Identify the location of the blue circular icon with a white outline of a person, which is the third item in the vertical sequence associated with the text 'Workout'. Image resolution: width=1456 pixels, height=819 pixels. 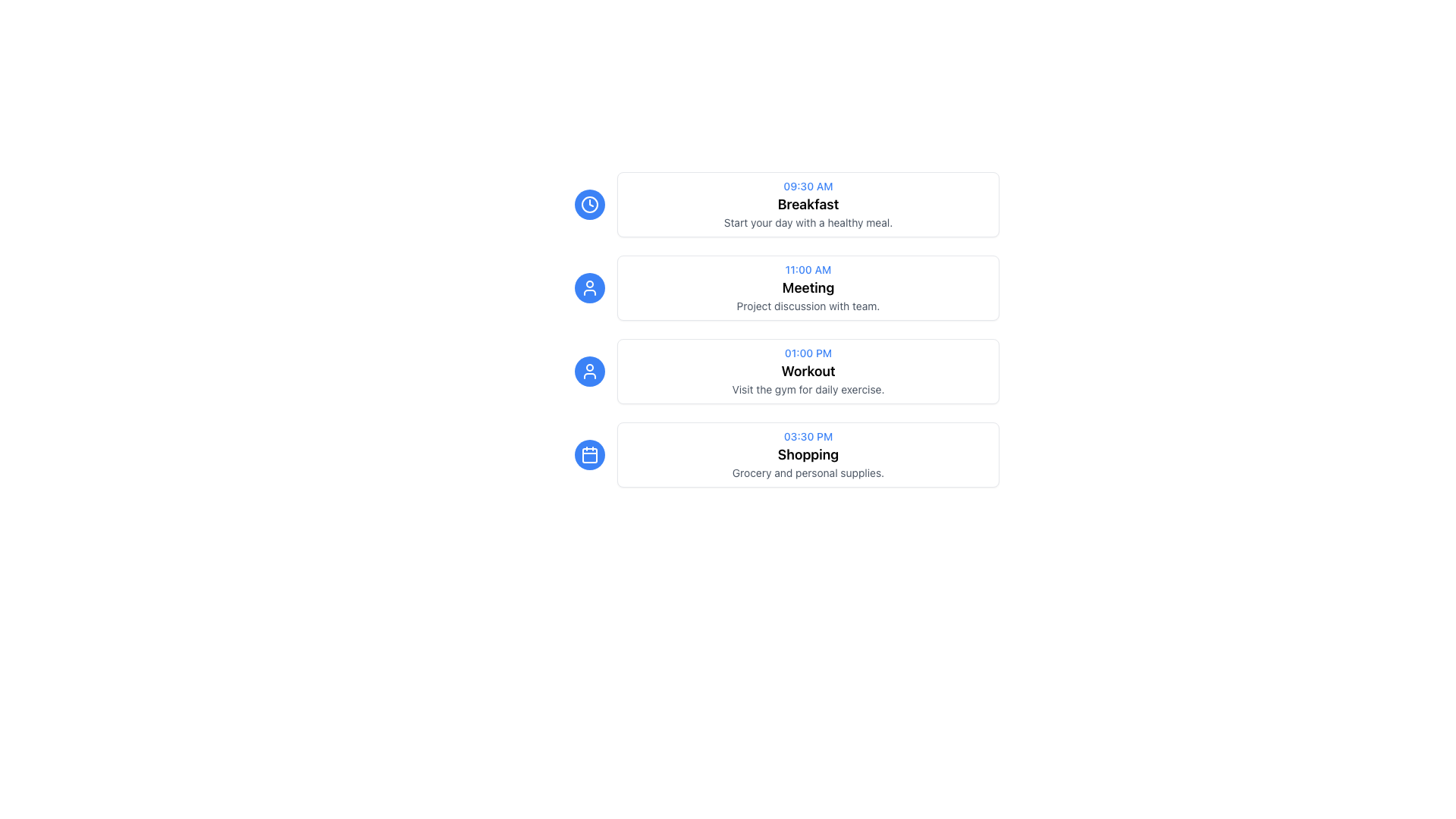
(588, 371).